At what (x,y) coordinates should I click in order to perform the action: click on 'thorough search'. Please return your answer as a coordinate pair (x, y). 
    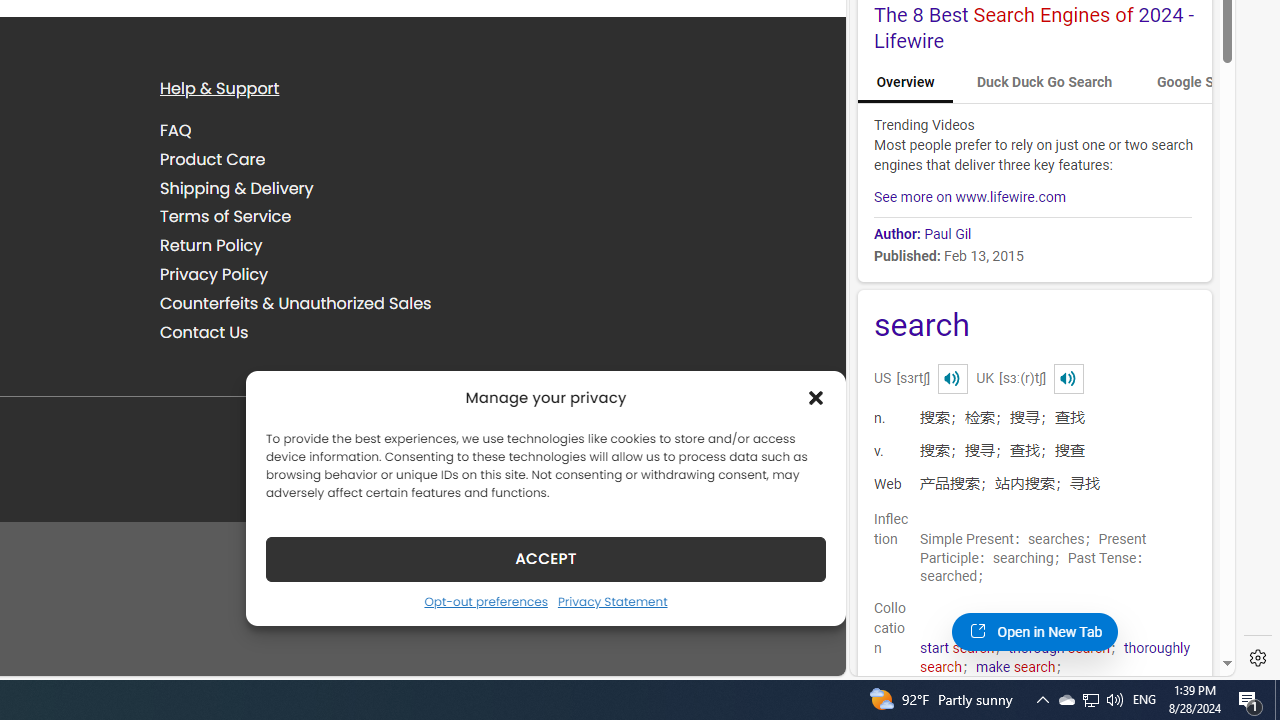
    Looking at the image, I should click on (1058, 648).